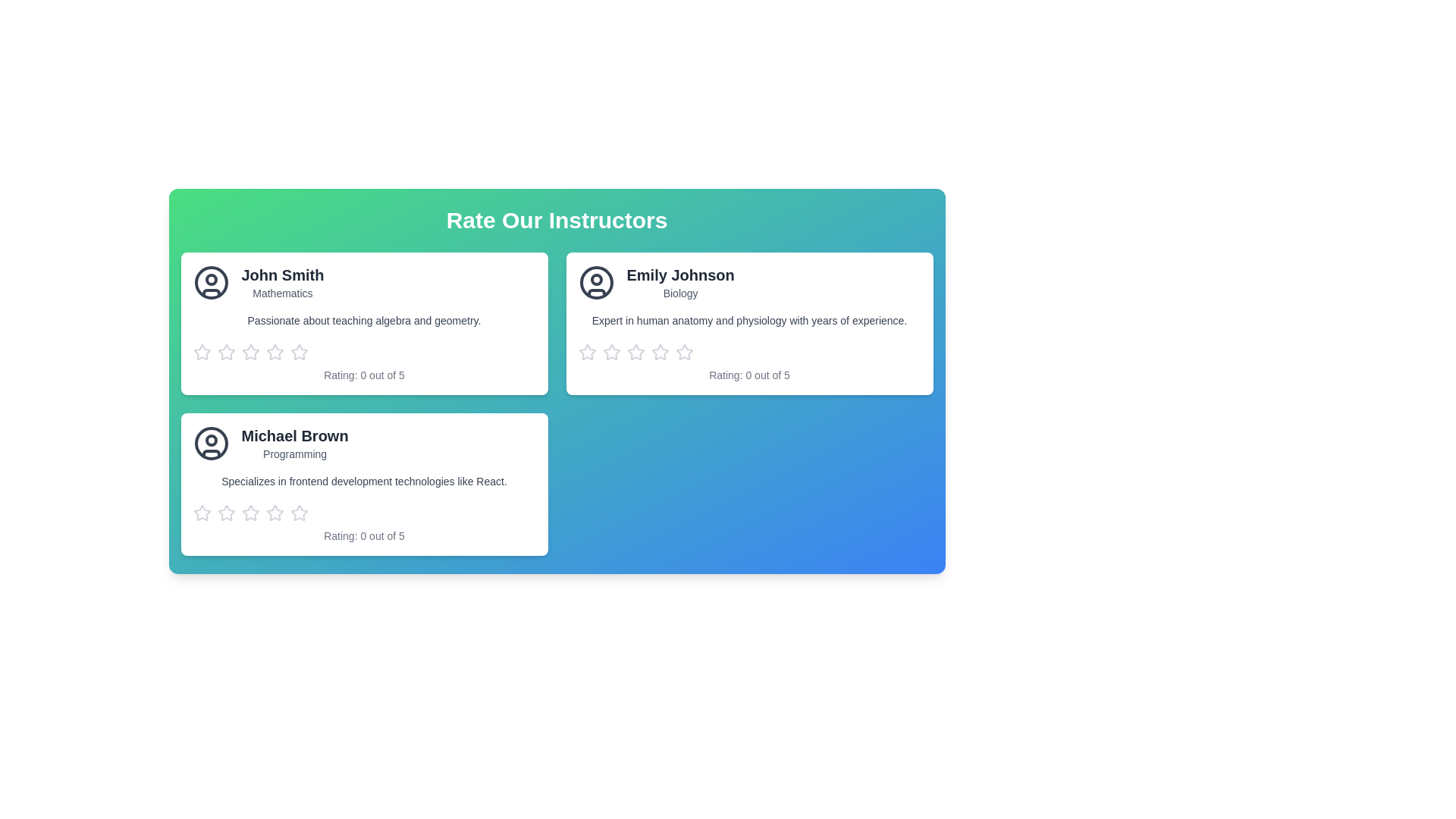  I want to click on the second star icon in the rating row, so click(299, 352).